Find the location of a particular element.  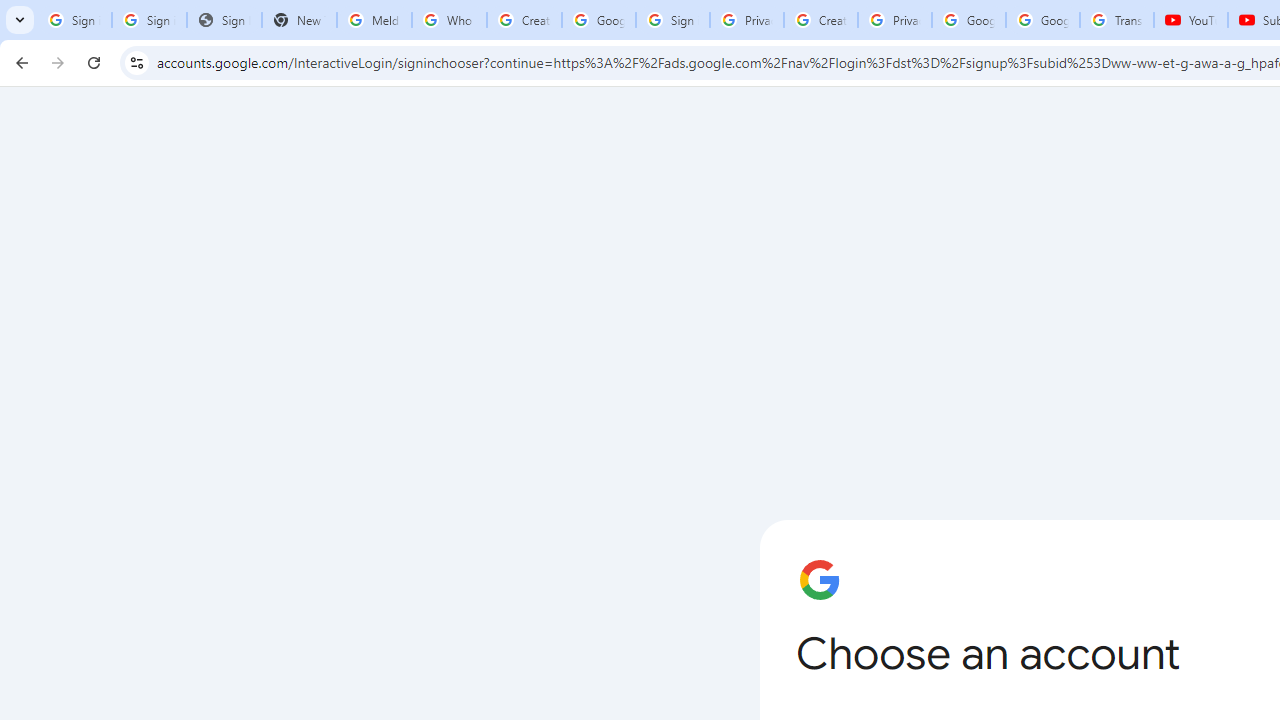

'Search tabs' is located at coordinates (20, 20).